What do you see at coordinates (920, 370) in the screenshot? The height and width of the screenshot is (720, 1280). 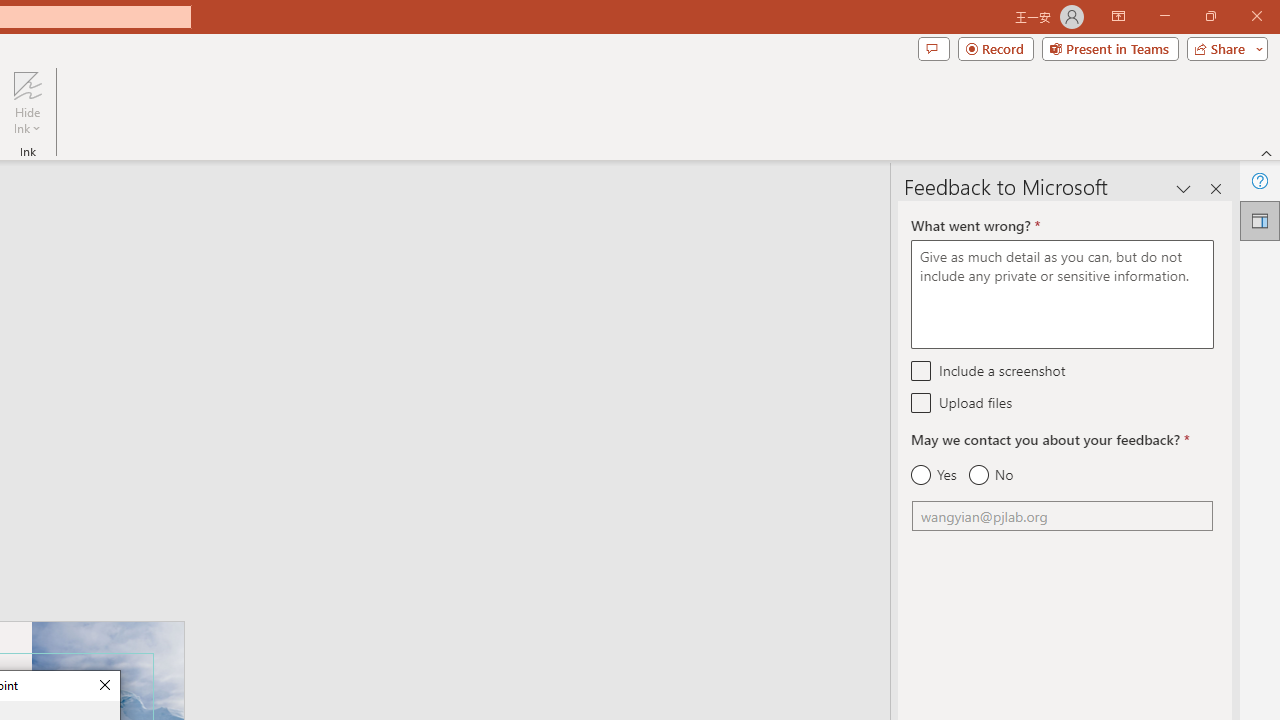 I see `'Include a screenshot'` at bounding box center [920, 370].